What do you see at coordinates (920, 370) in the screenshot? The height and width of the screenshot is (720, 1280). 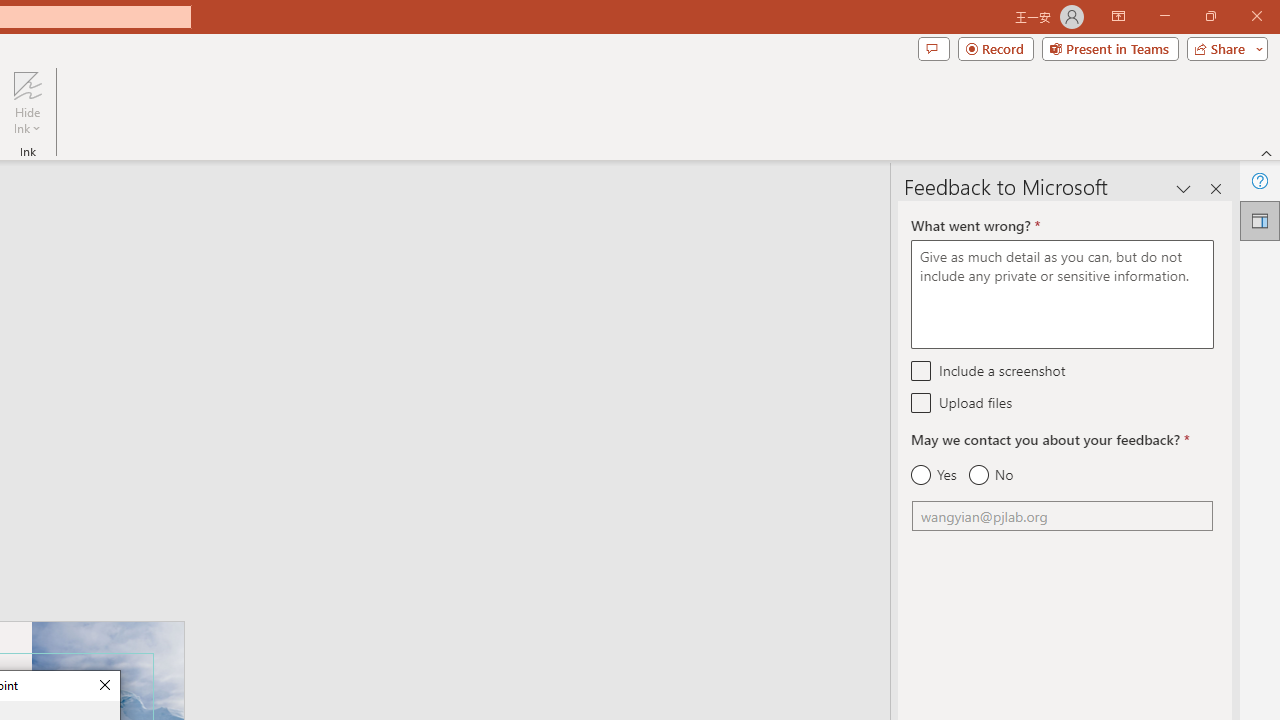 I see `'Include a screenshot'` at bounding box center [920, 370].